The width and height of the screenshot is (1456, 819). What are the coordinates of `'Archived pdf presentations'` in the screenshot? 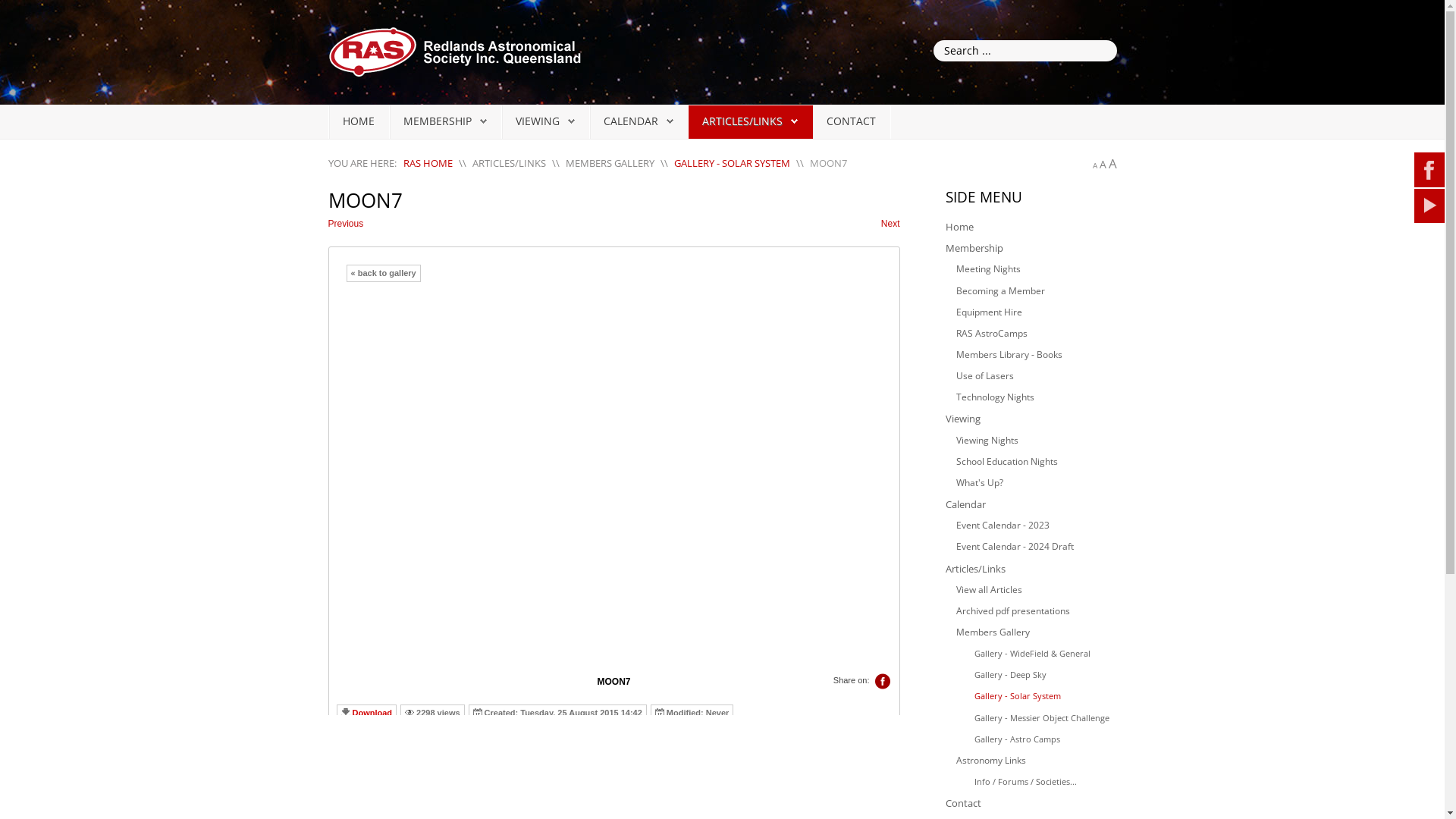 It's located at (1035, 610).